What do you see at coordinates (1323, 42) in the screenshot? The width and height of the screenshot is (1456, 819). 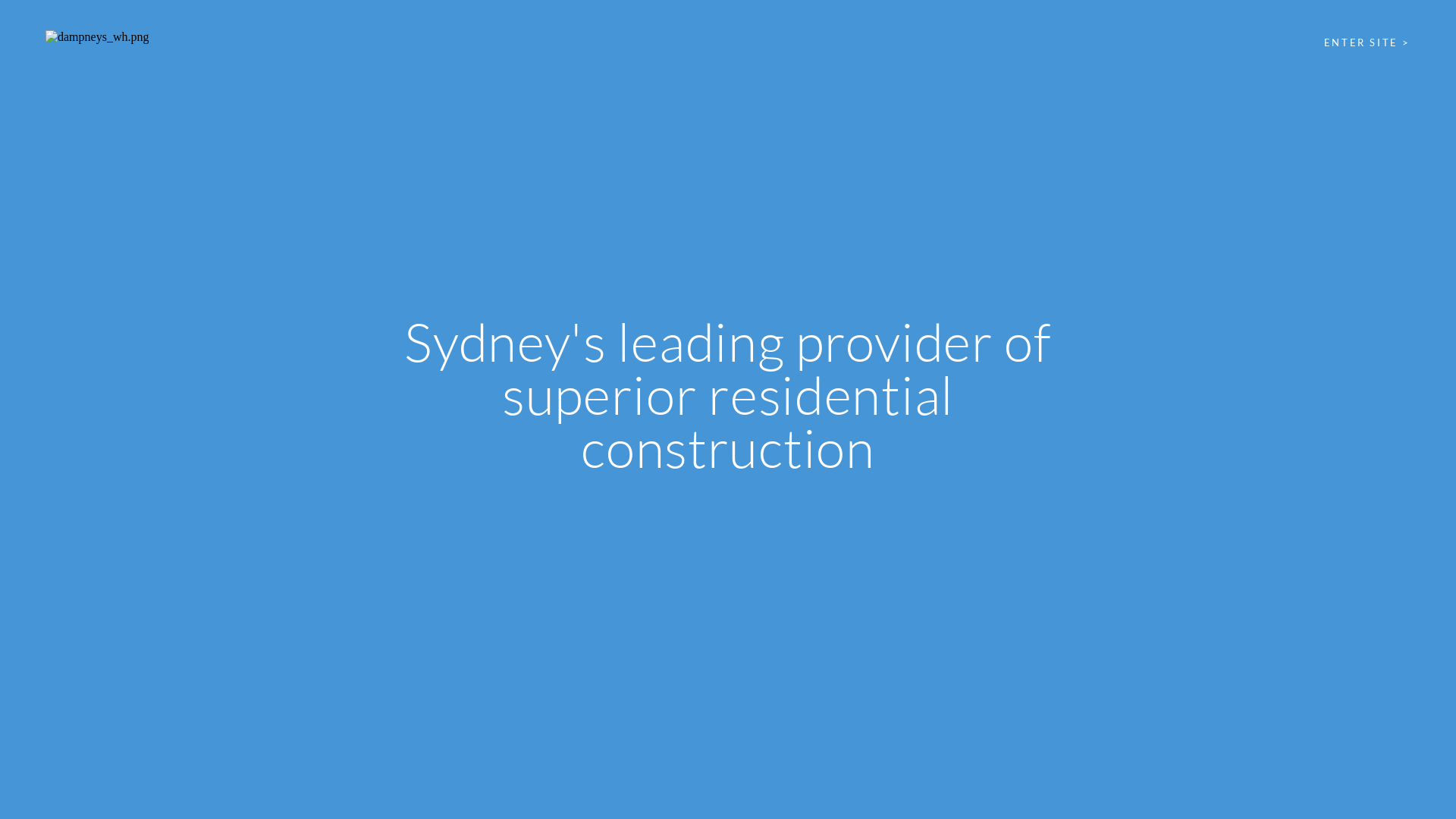 I see `'ENTER SITE >'` at bounding box center [1323, 42].